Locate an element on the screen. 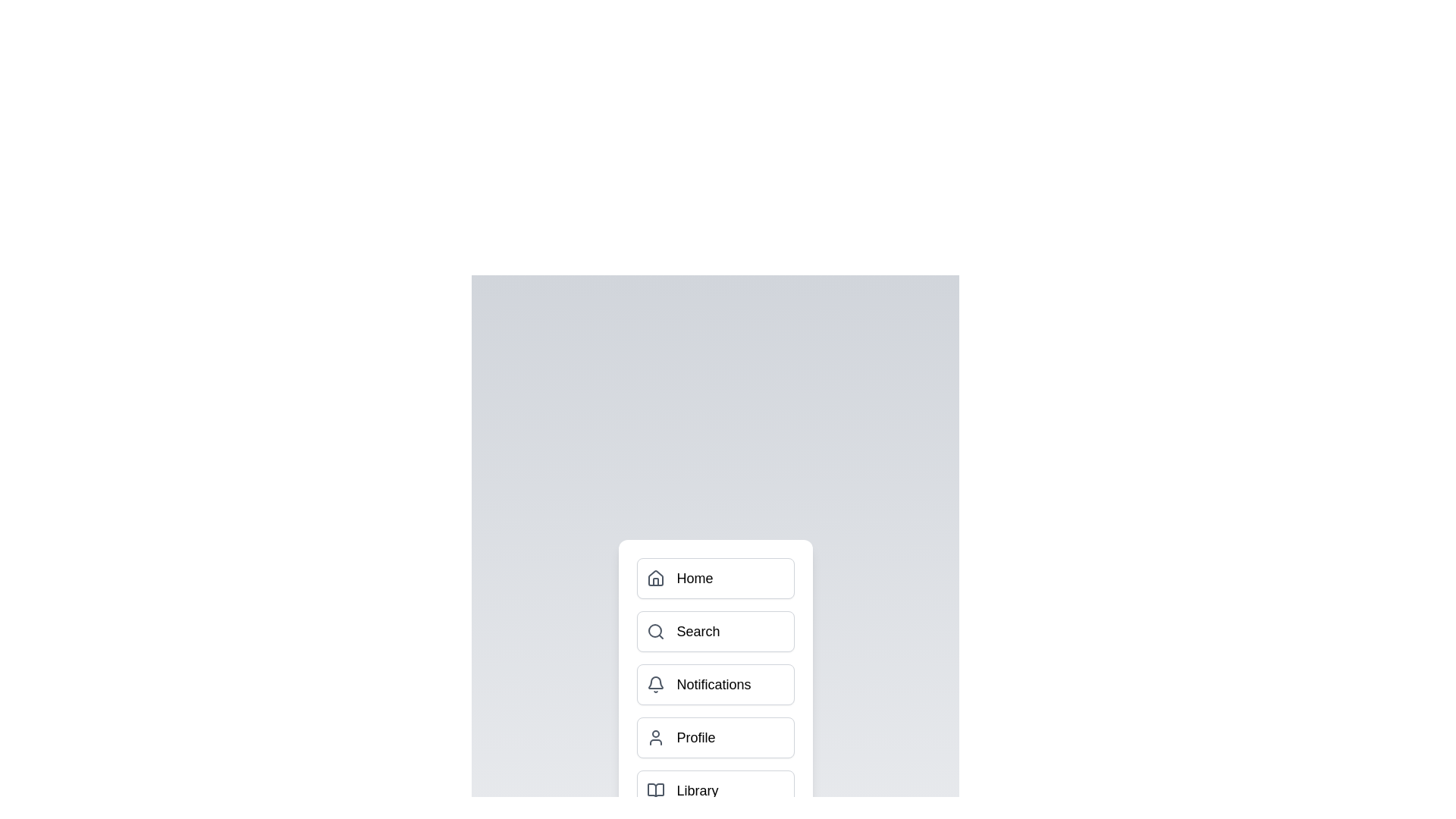 Image resolution: width=1456 pixels, height=819 pixels. the menu item button labeled Home to toggle its submenu is located at coordinates (714, 579).